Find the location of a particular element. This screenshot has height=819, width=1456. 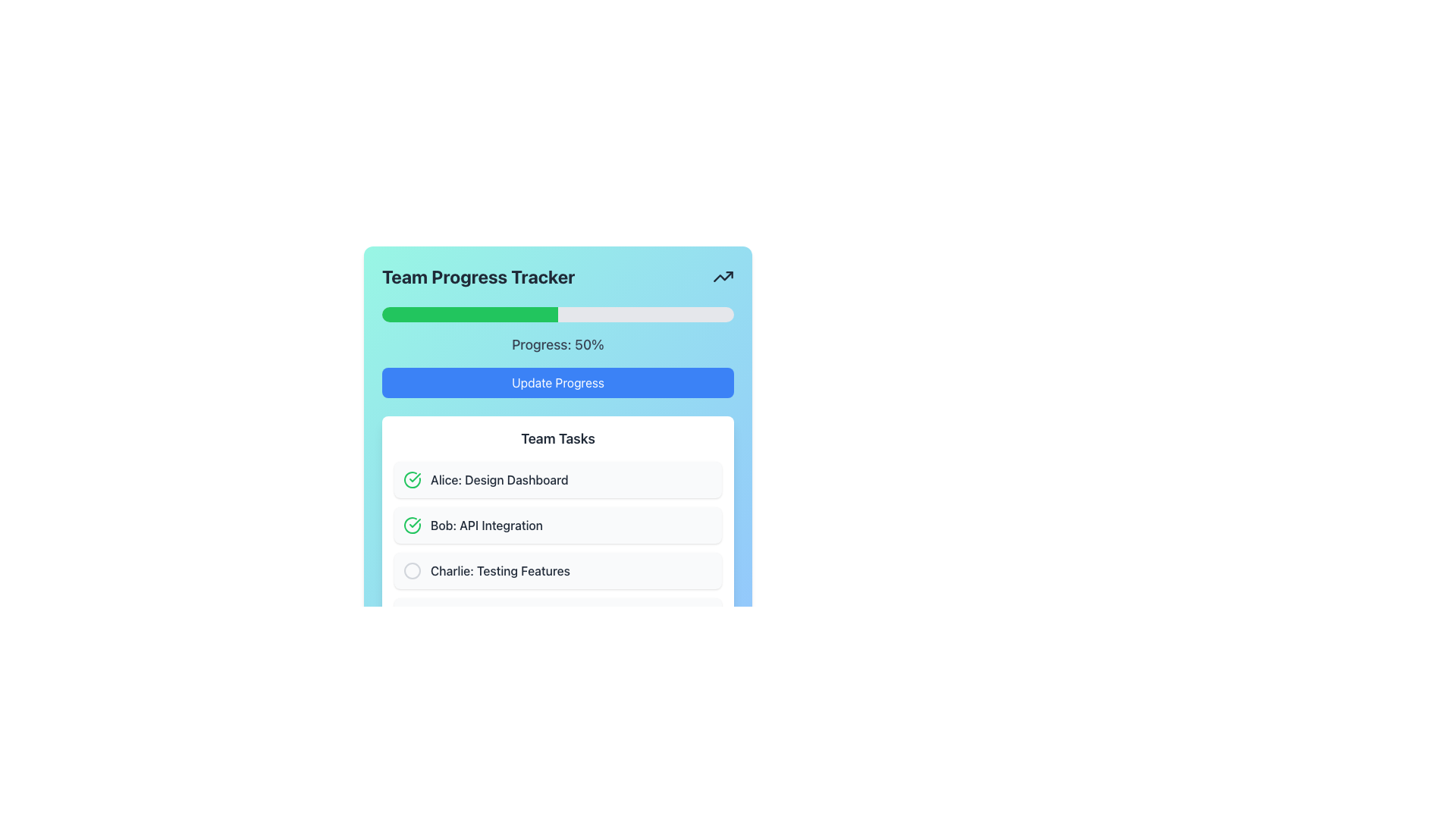

the text label displaying 'Team Tasks' which is styled in bold and located above the list of task entries under the header 'Update Progress' is located at coordinates (557, 438).